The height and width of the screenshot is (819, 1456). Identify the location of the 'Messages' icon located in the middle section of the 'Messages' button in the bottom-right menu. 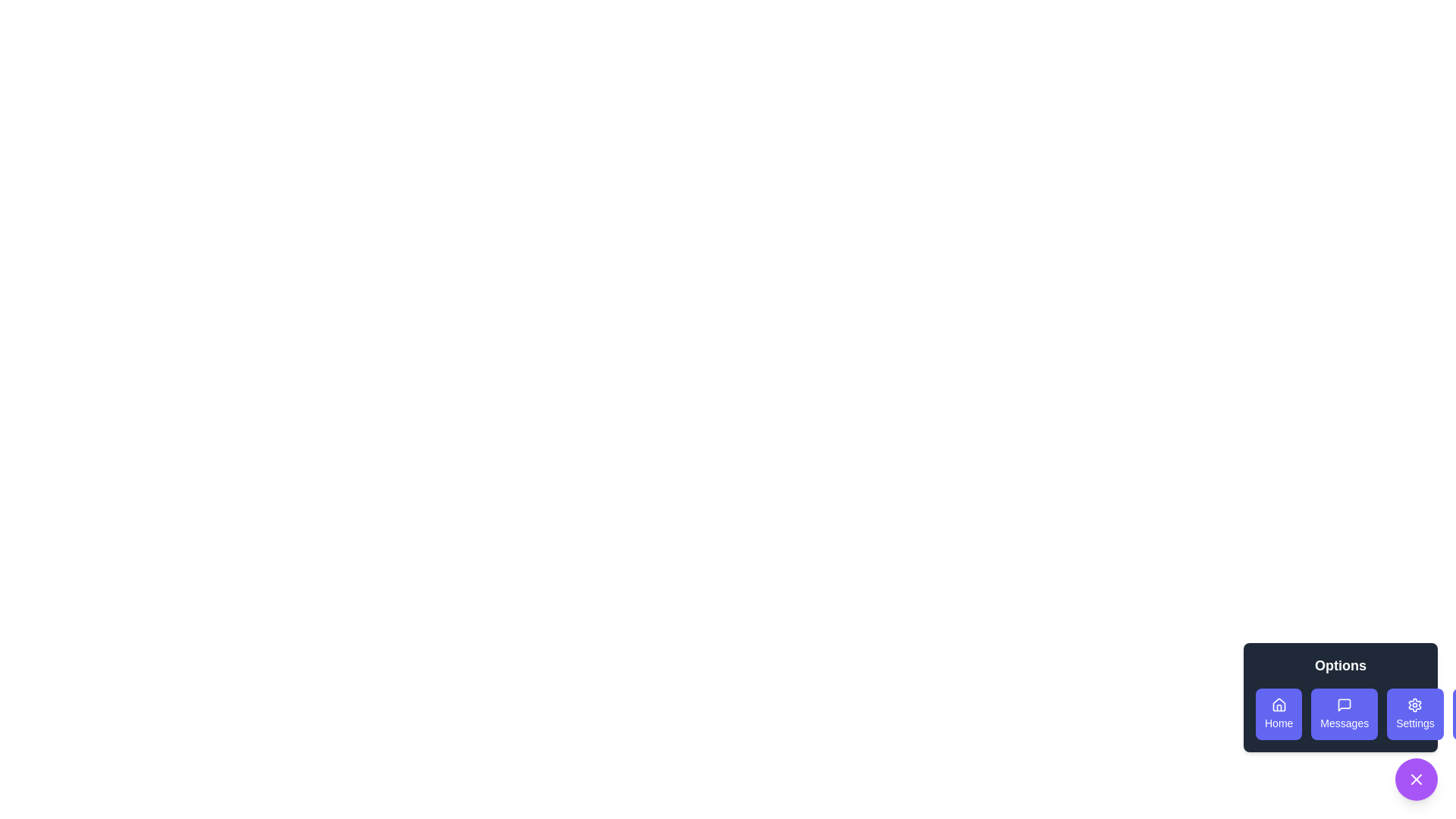
(1345, 704).